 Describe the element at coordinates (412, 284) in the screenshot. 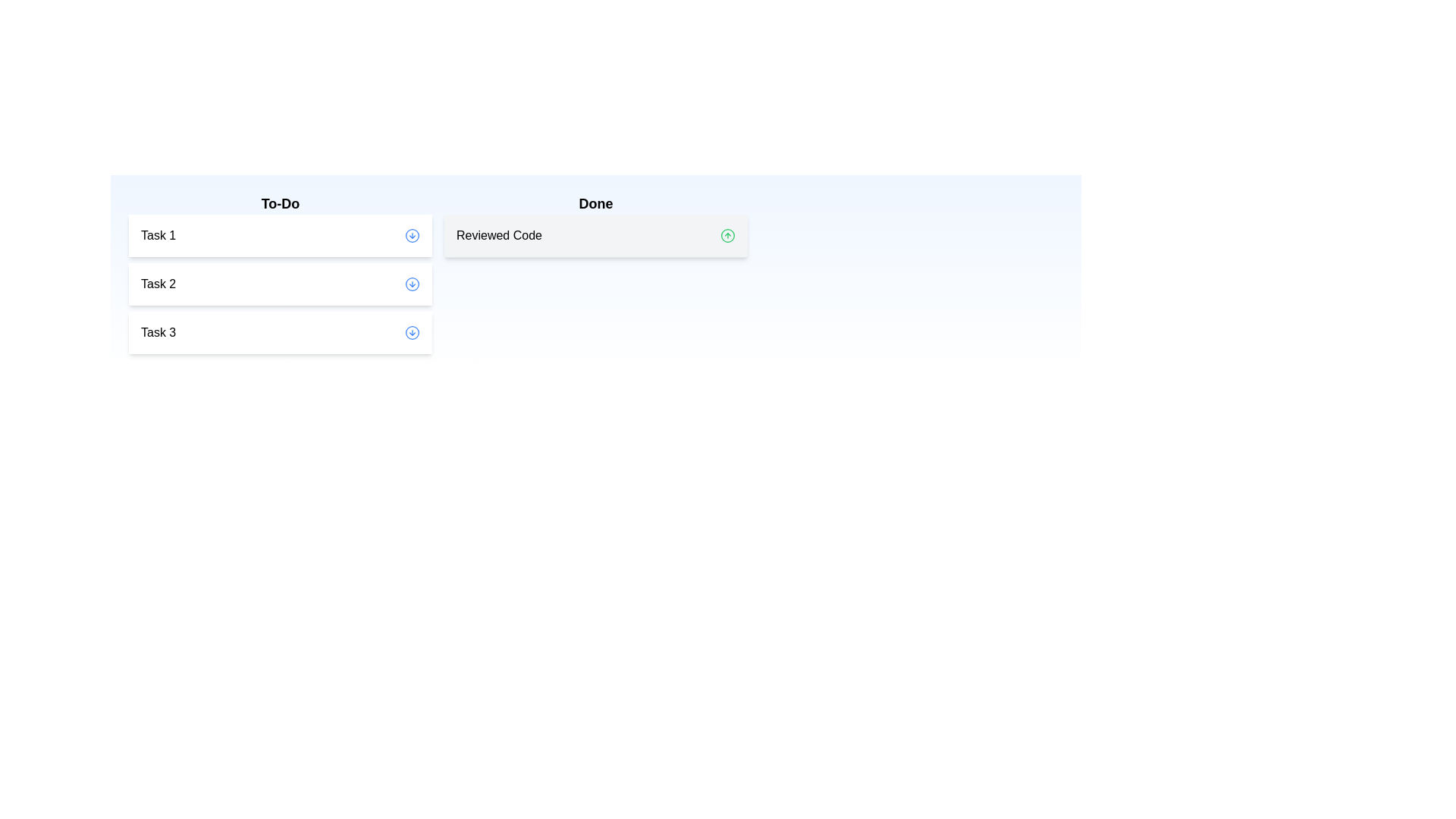

I see `down arrow button next to Task 2 in the 'To-Do' list to move it to the 'Done' list` at that location.